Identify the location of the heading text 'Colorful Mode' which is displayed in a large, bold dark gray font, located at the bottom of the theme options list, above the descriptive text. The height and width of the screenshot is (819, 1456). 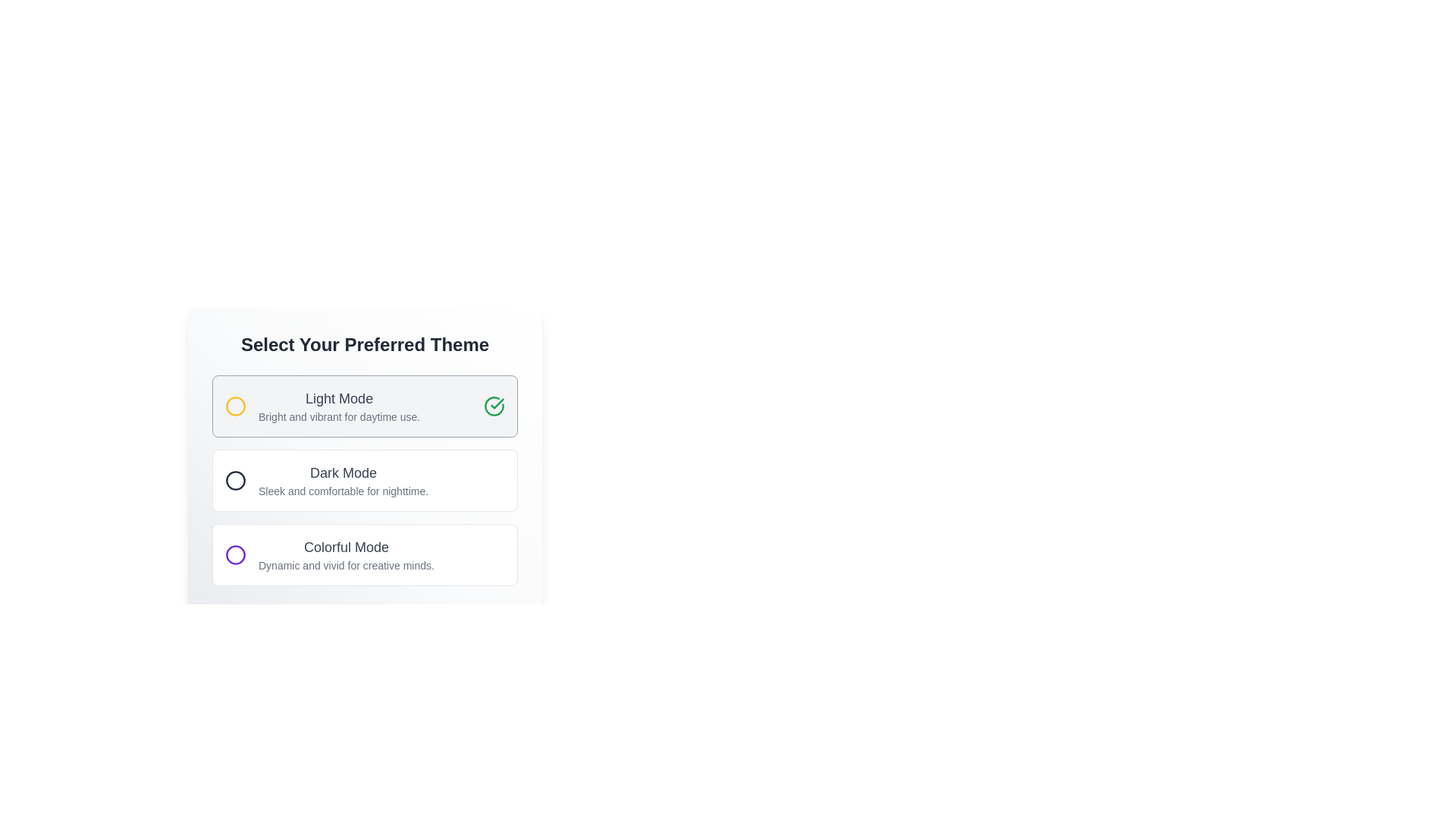
(345, 547).